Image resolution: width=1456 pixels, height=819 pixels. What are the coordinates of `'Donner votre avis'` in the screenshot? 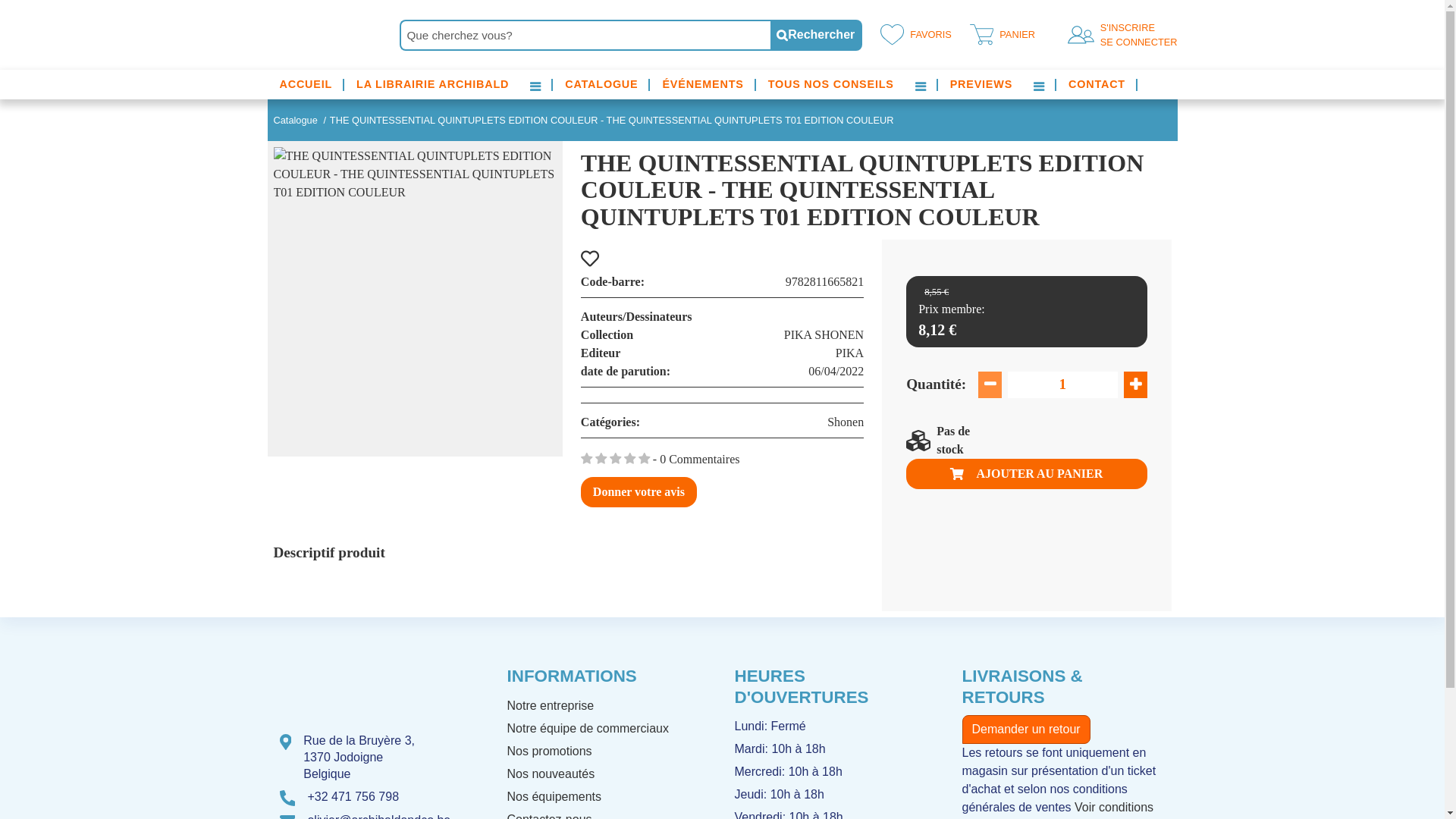 It's located at (580, 491).